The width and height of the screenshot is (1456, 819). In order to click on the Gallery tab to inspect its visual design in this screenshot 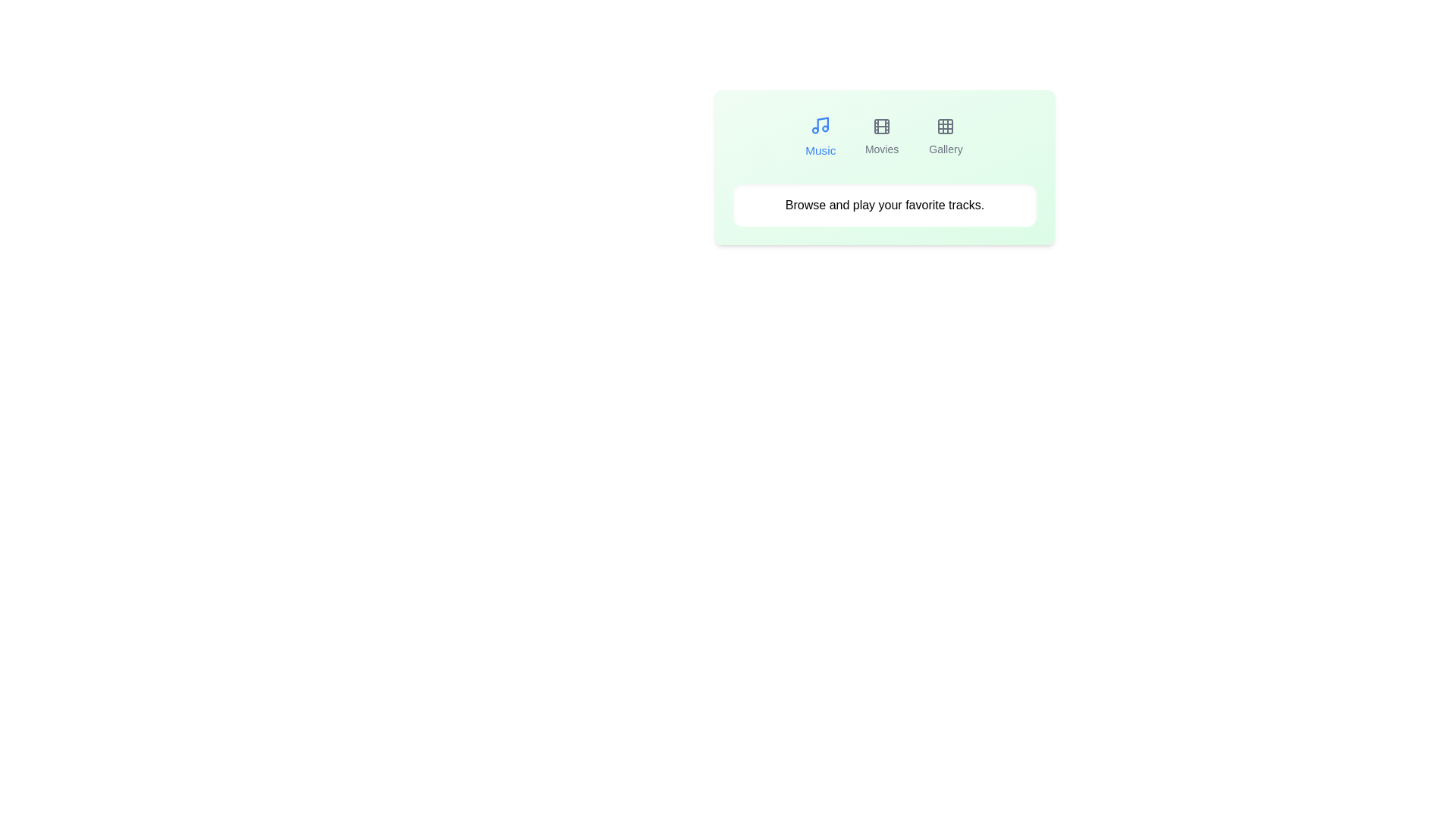, I will do `click(945, 137)`.